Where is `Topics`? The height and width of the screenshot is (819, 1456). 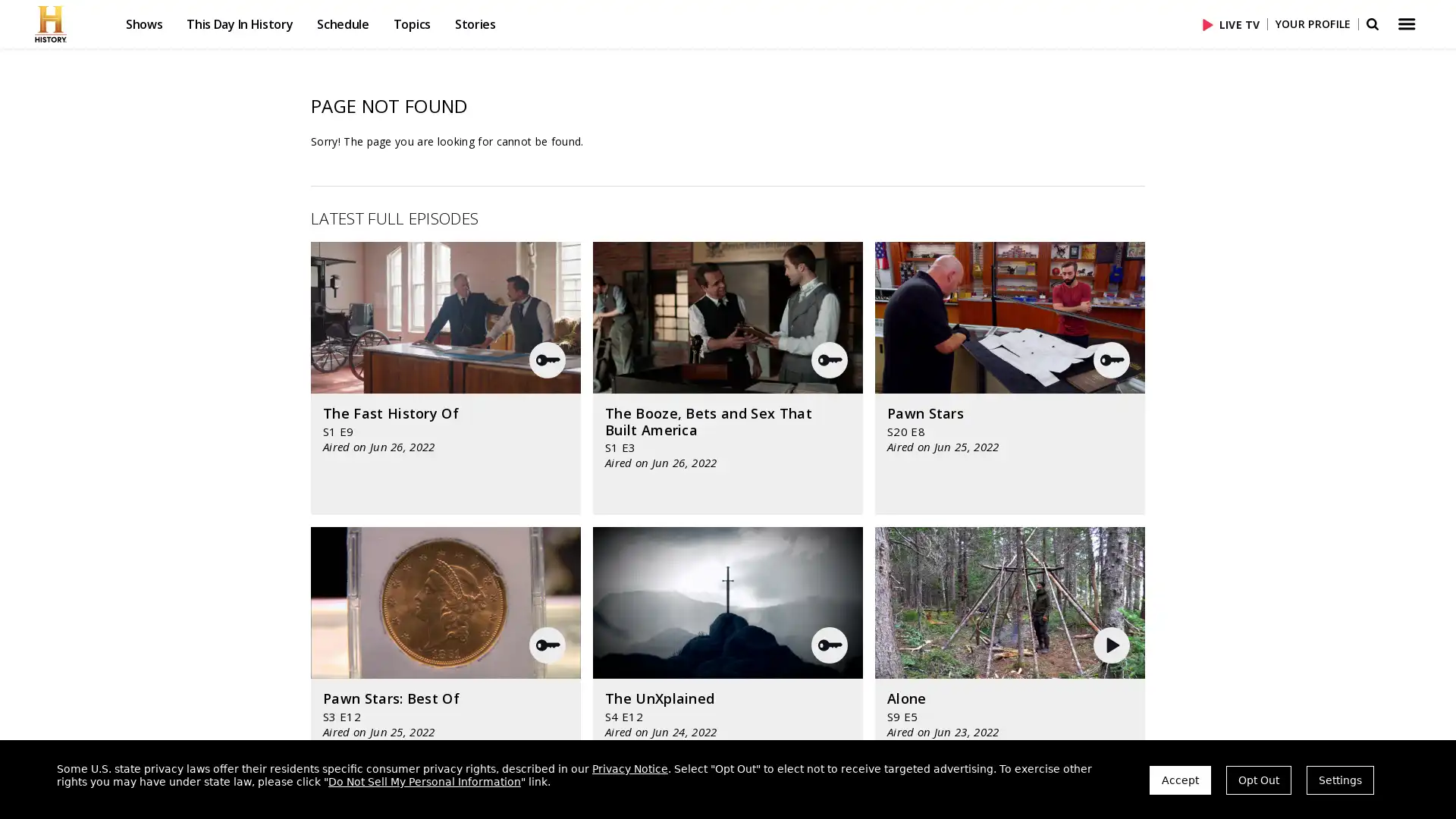 Topics is located at coordinates (411, 24).